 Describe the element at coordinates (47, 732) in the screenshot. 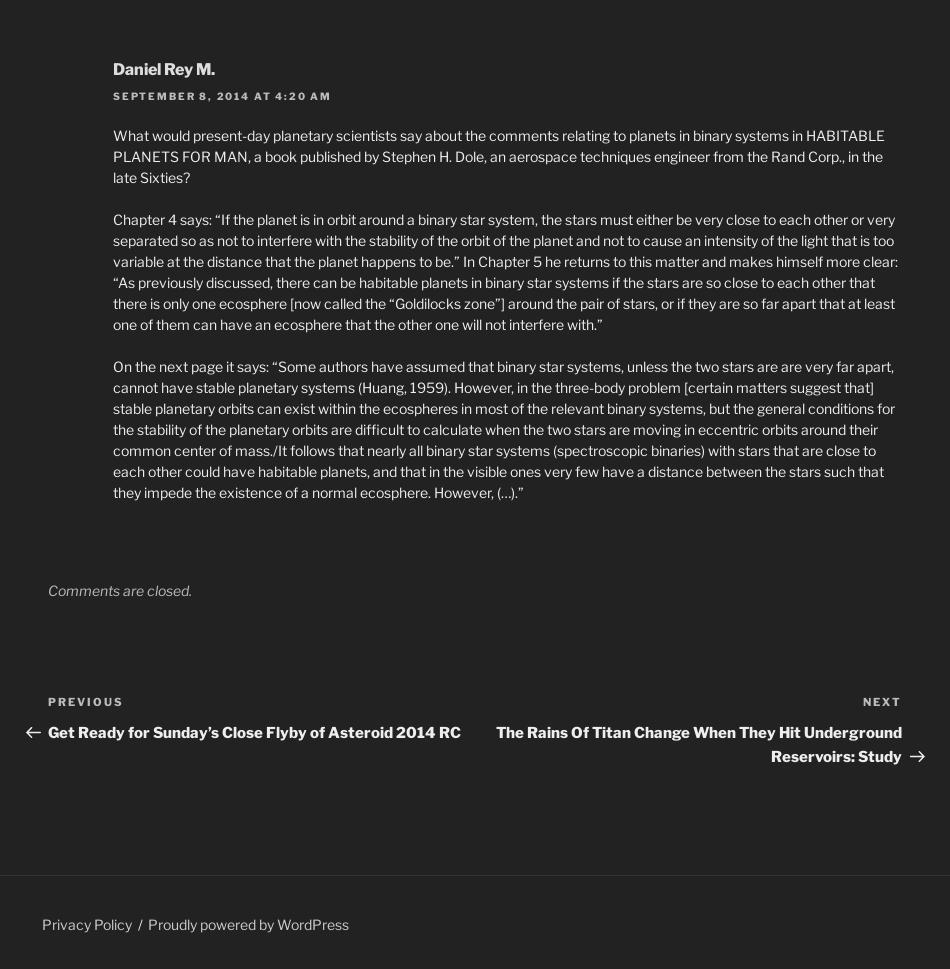

I see `'Get Ready for Sunday’s Close Flyby of Asteroid 2014 RC'` at that location.